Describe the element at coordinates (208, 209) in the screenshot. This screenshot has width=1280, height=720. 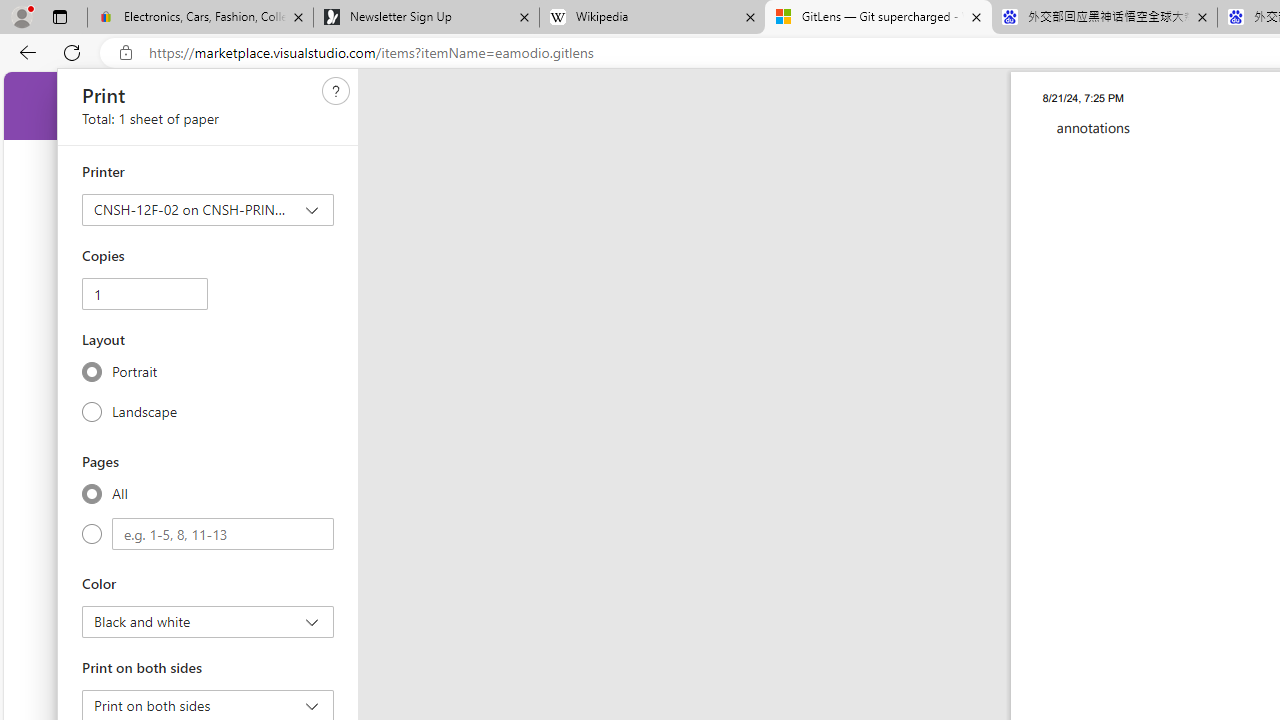
I see `'Printer CNSH-12F-02 on CNSH-PRINT-01'` at that location.